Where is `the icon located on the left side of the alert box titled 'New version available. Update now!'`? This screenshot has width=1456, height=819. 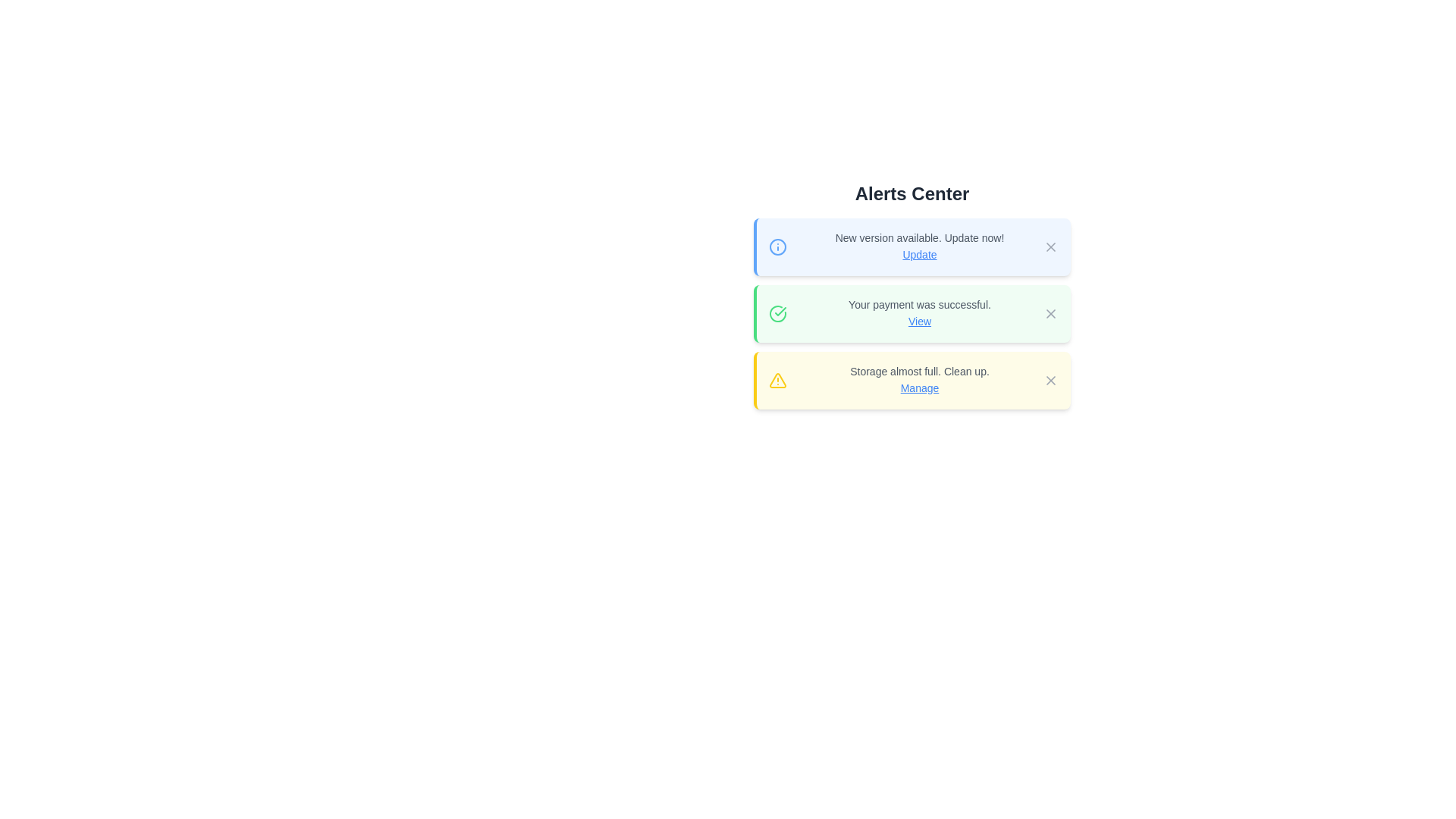
the icon located on the left side of the alert box titled 'New version available. Update now!' is located at coordinates (778, 246).